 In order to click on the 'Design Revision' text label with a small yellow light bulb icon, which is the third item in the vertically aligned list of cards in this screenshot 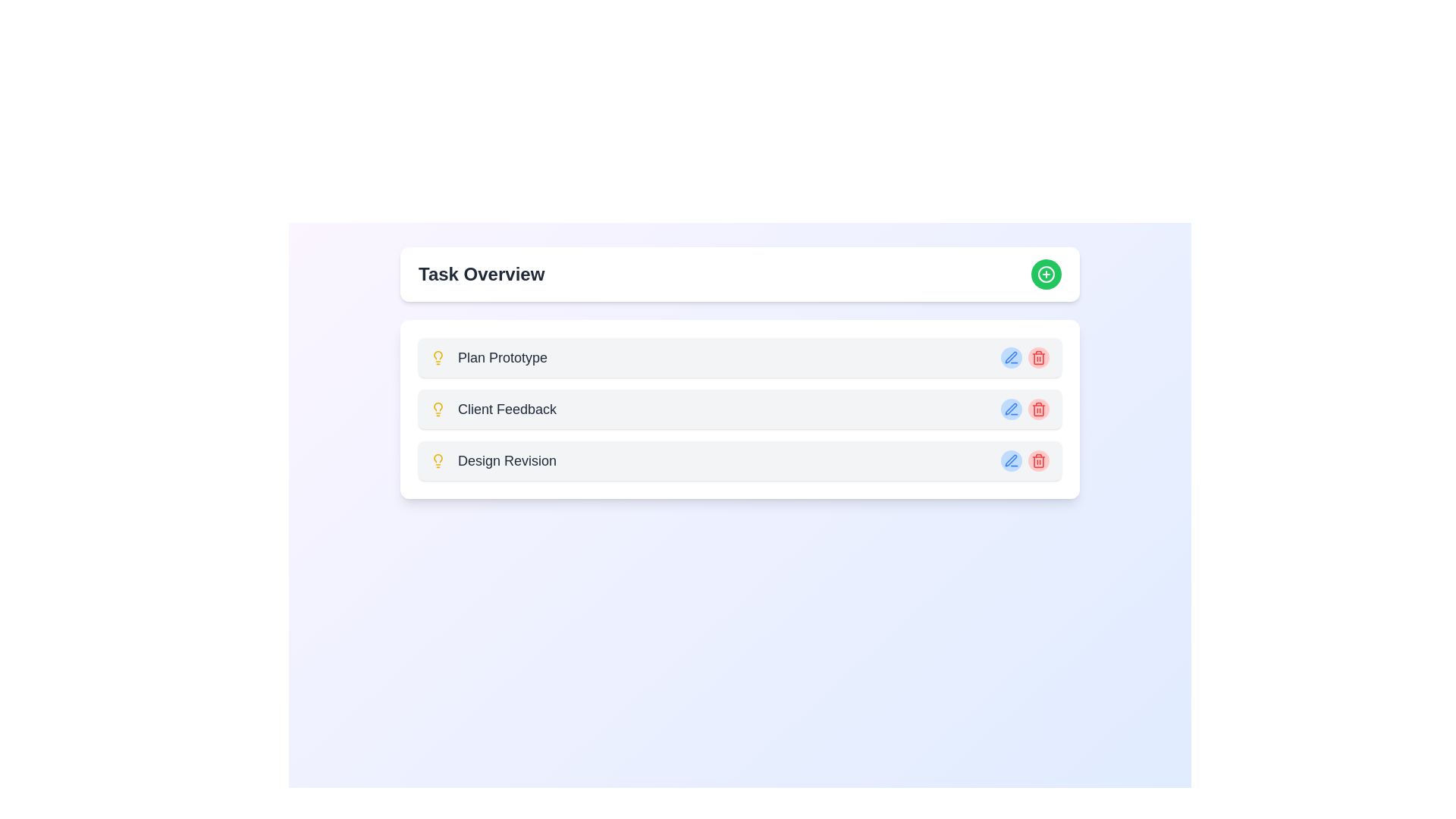, I will do `click(494, 460)`.